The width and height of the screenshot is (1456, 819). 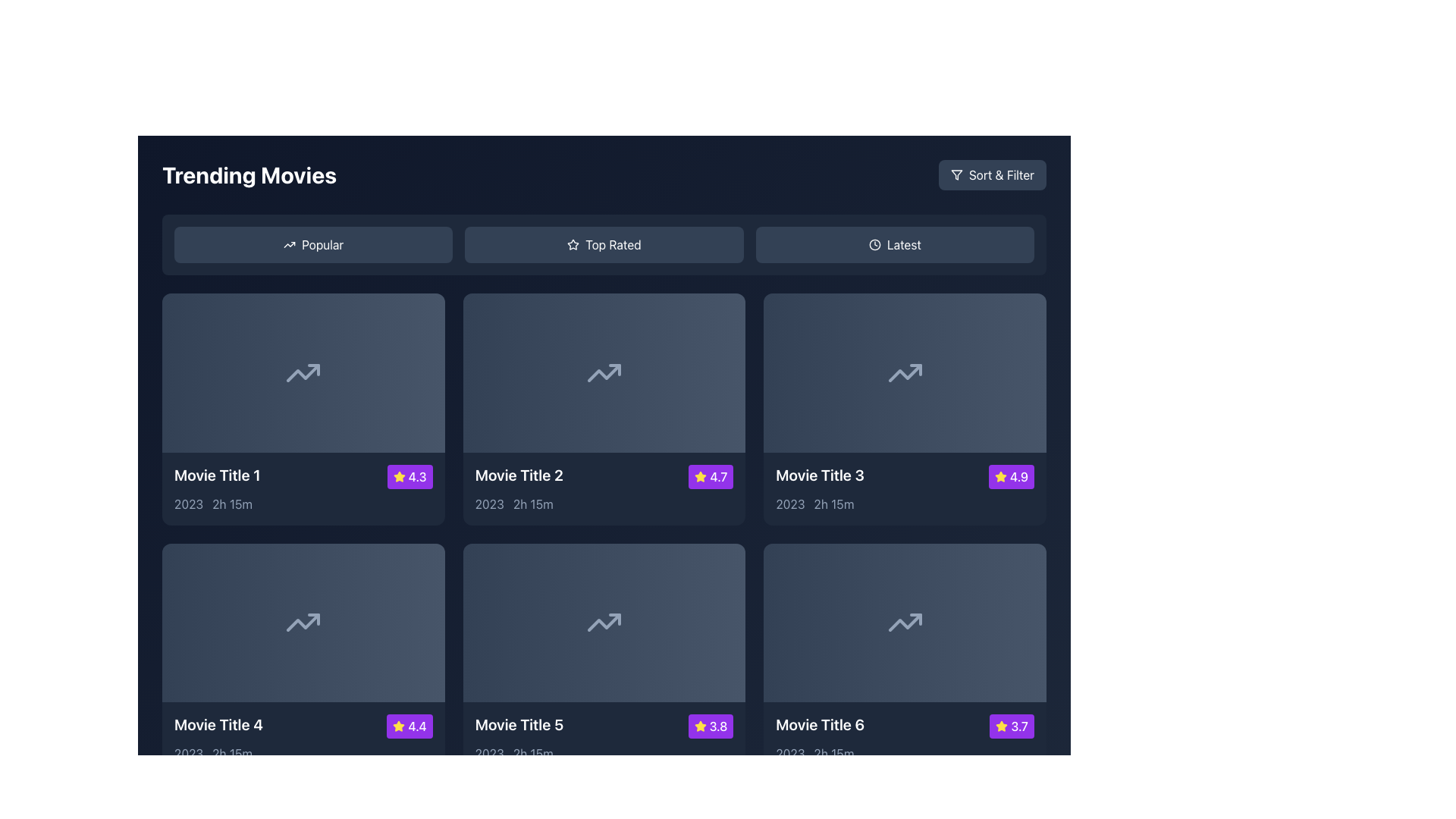 I want to click on the 'Top Rated' icon positioned in the top section of the interface, near the 'Popular' and 'Latest' options, which visually indicates the 'Top Rated' section, so click(x=573, y=243).